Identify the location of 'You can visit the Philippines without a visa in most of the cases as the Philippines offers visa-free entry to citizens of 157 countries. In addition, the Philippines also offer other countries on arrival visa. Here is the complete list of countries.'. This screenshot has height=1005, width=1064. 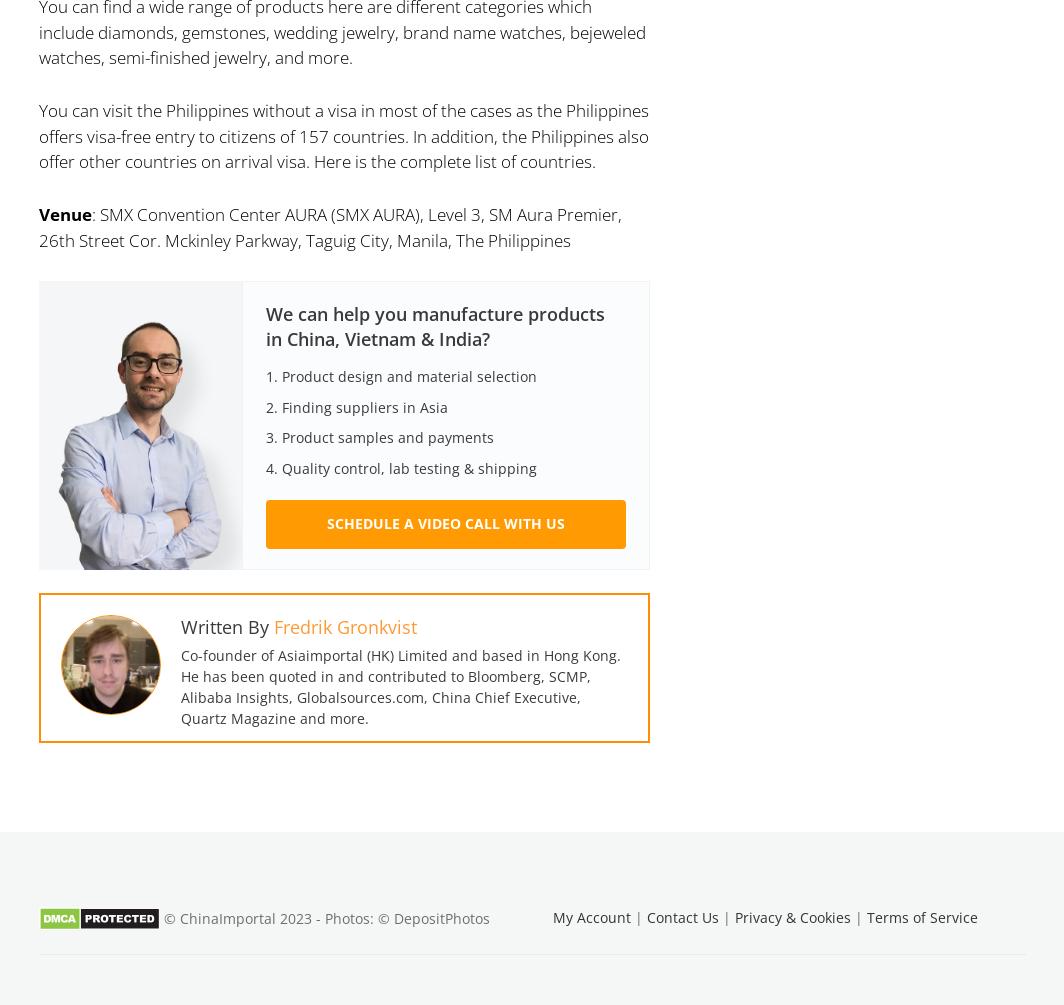
(37, 135).